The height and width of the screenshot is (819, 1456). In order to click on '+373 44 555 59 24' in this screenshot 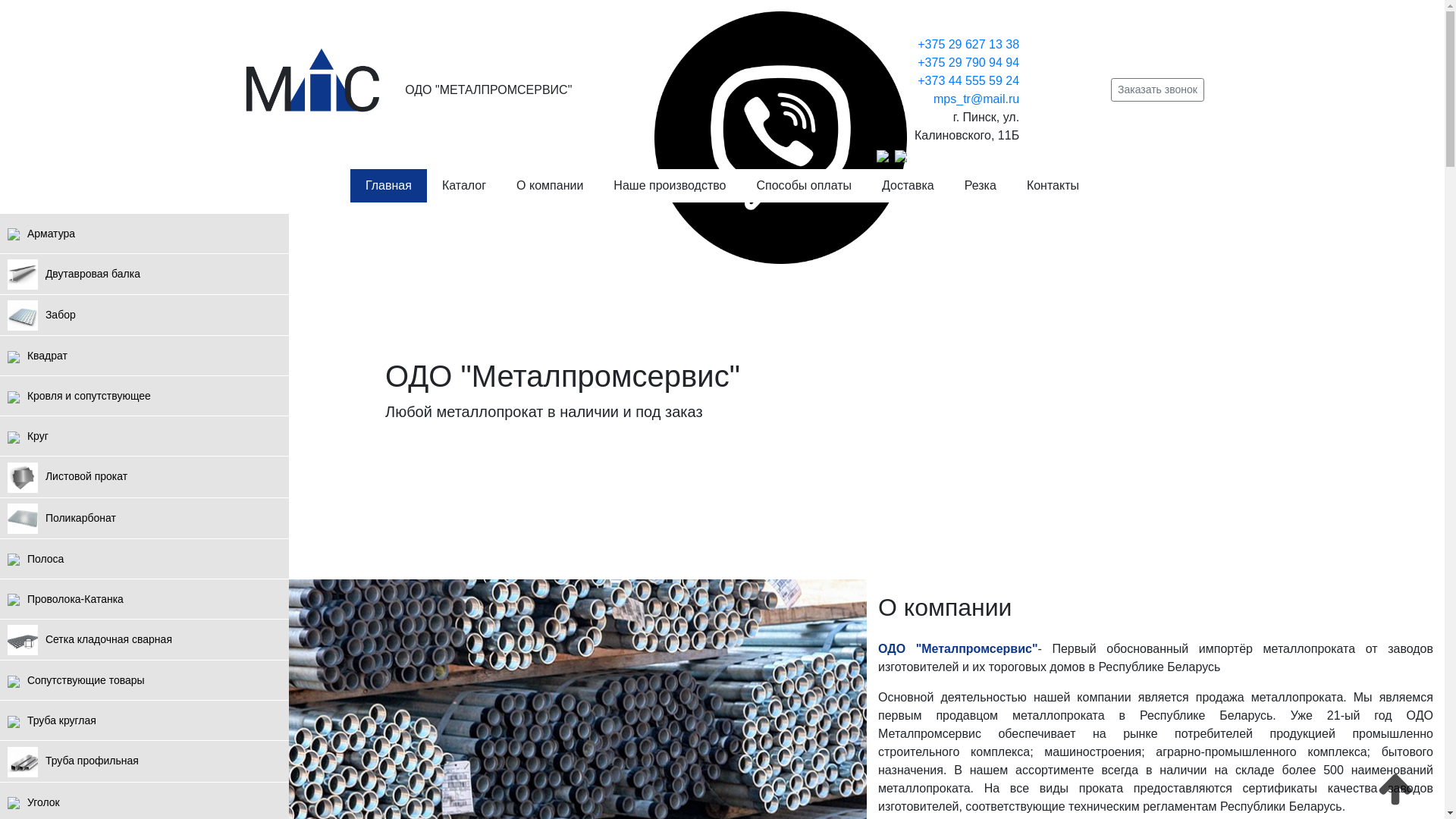, I will do `click(916, 80)`.